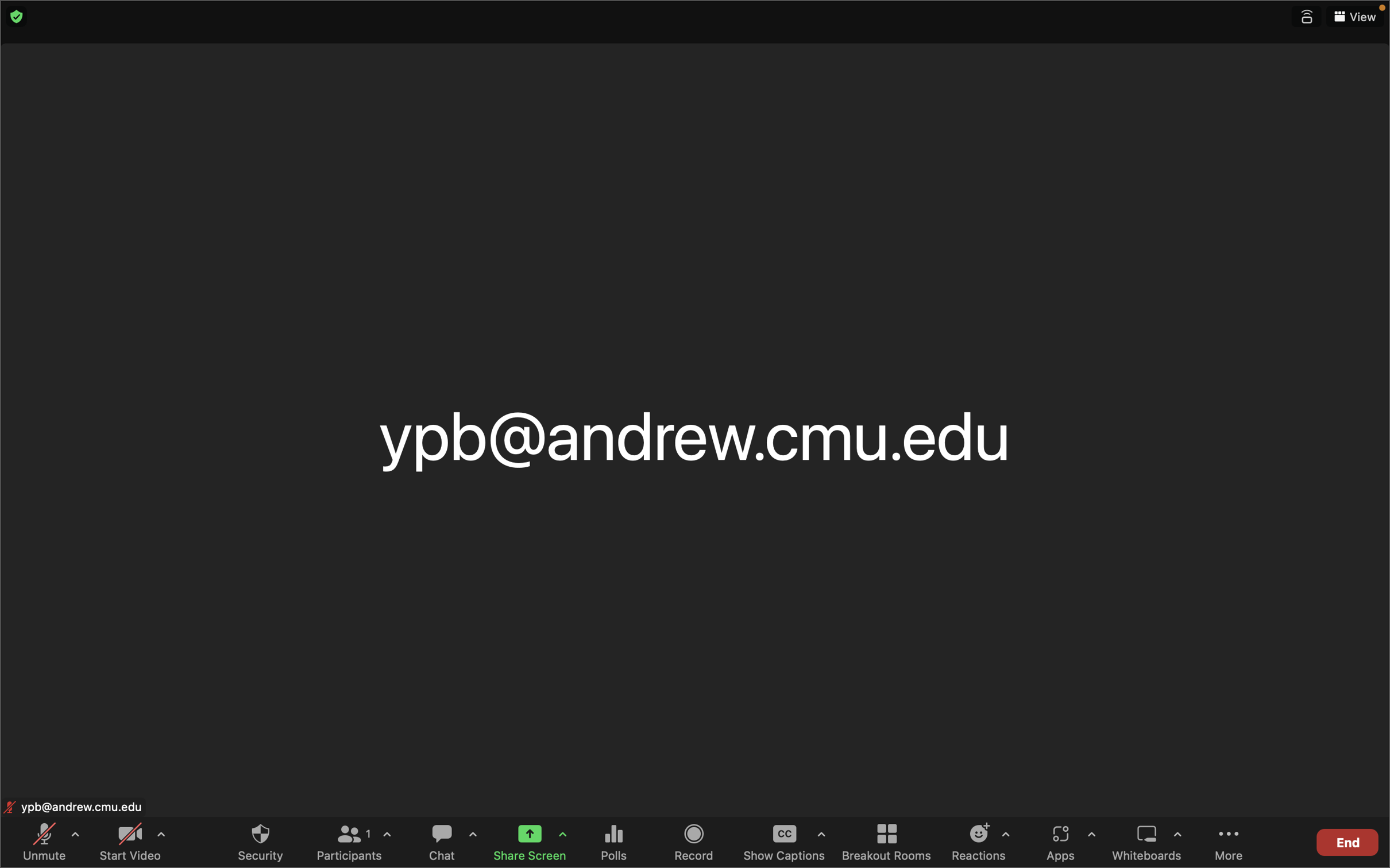  Describe the element at coordinates (129, 842) in the screenshot. I see `Start the video by clicking on the icon at bottom left` at that location.